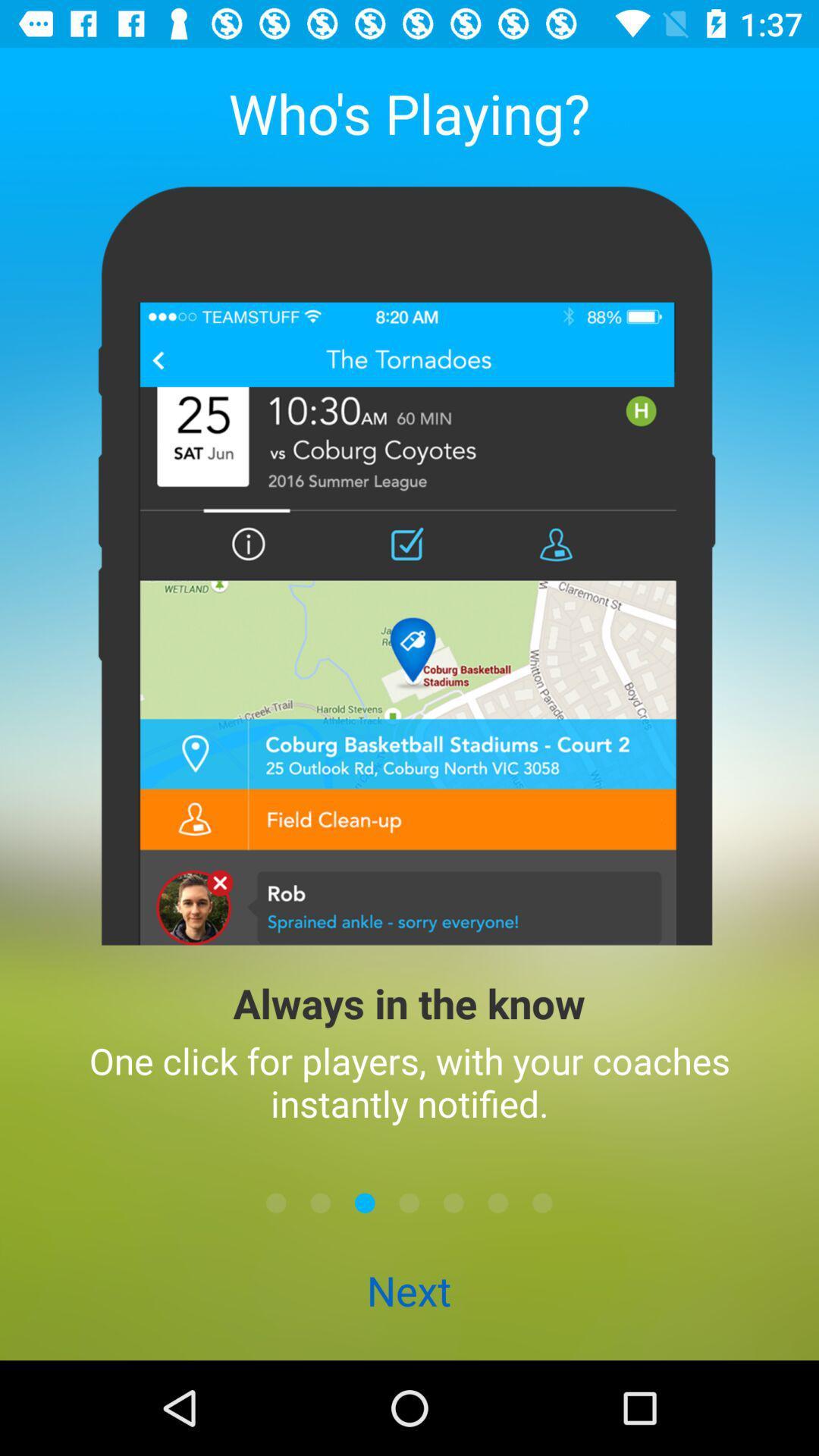 The height and width of the screenshot is (1456, 819). I want to click on the icon below one click for item, so click(453, 1202).